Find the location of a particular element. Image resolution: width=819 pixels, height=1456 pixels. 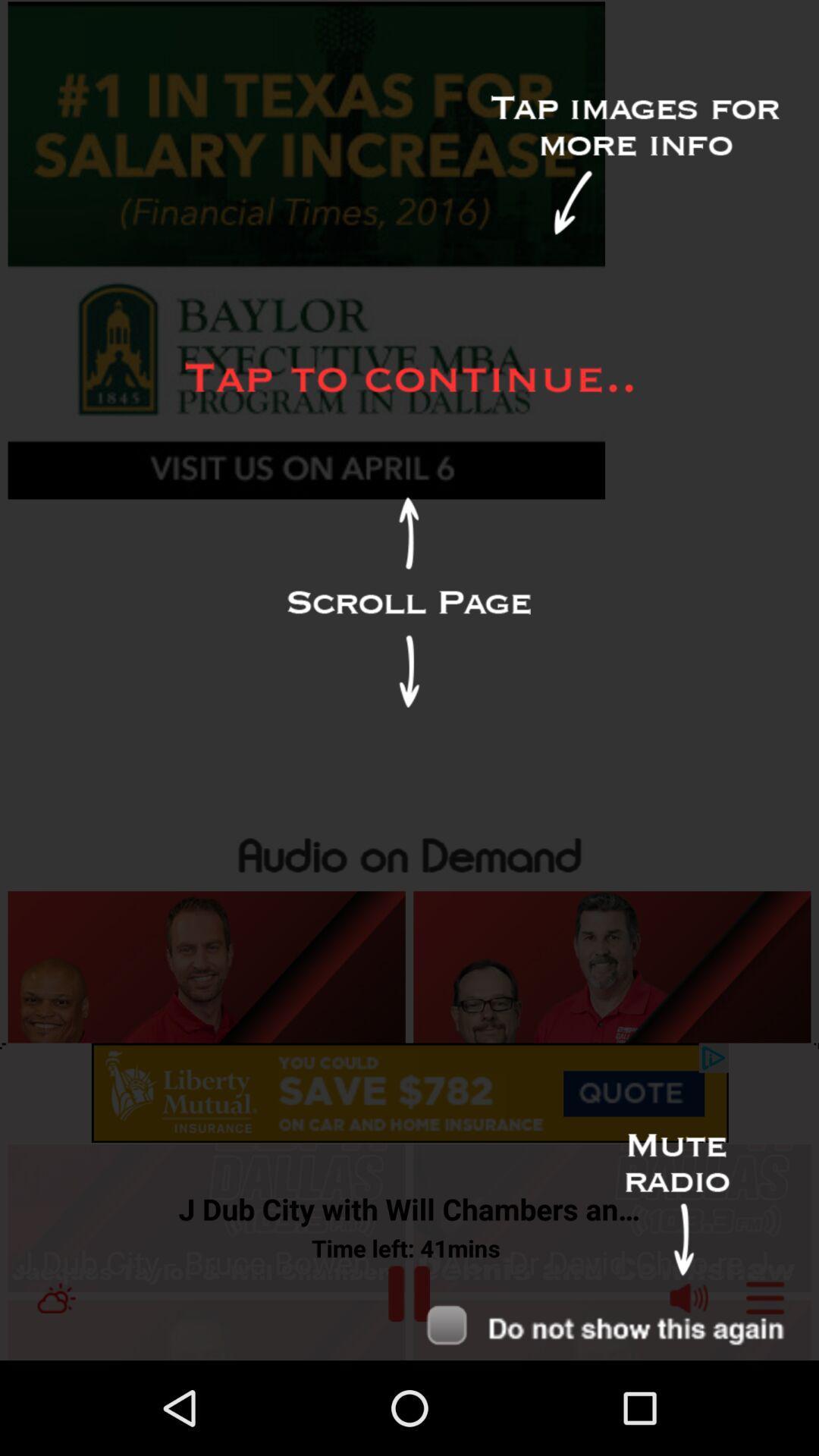

bottom text is located at coordinates (611, 1329).